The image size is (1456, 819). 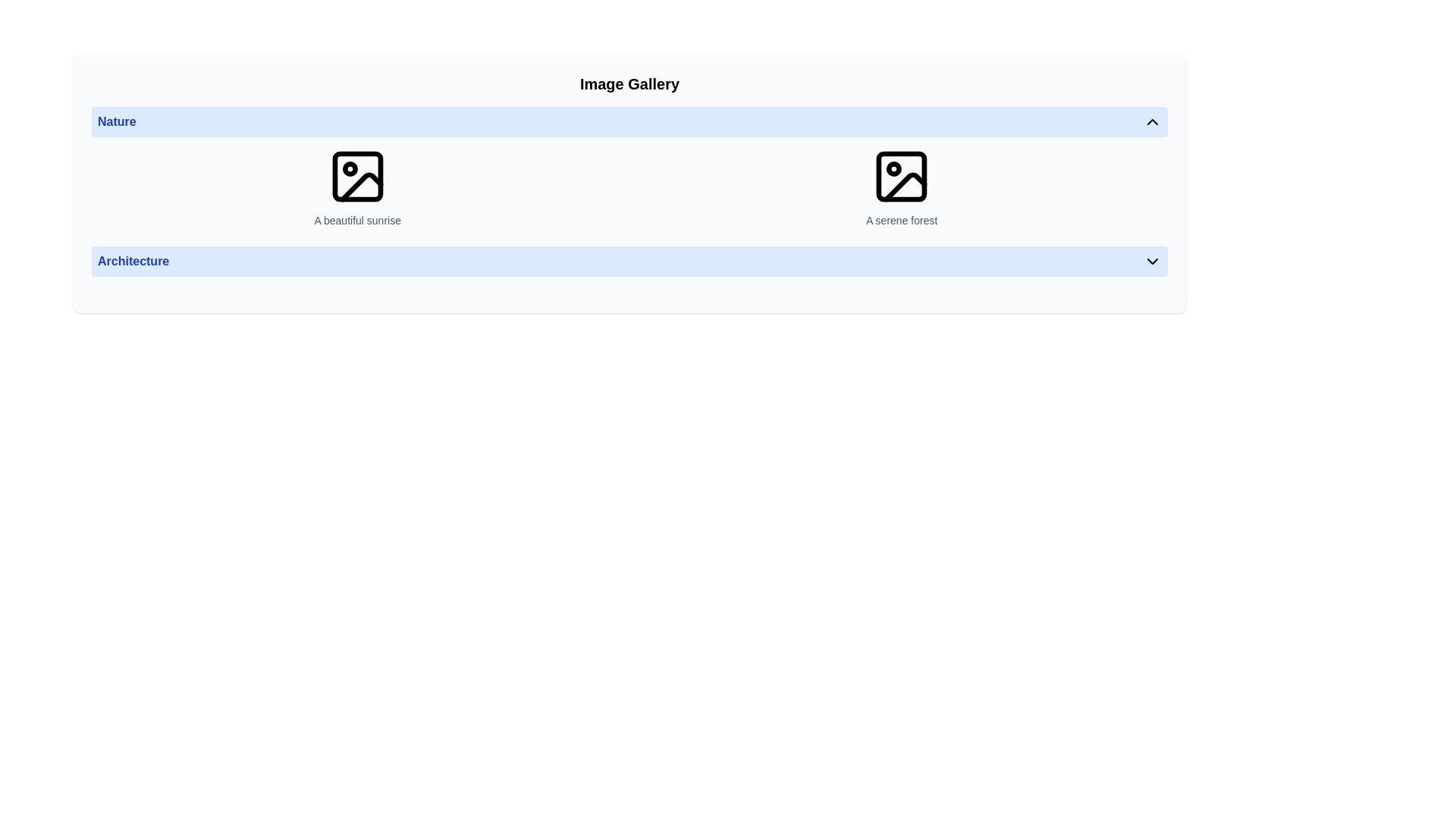 What do you see at coordinates (902, 220) in the screenshot?
I see `information displayed in the text component showing the phrase 'A serene forest', located beneath an image icon in the second item of the horizontal image gallery row under the 'Nature' section` at bounding box center [902, 220].